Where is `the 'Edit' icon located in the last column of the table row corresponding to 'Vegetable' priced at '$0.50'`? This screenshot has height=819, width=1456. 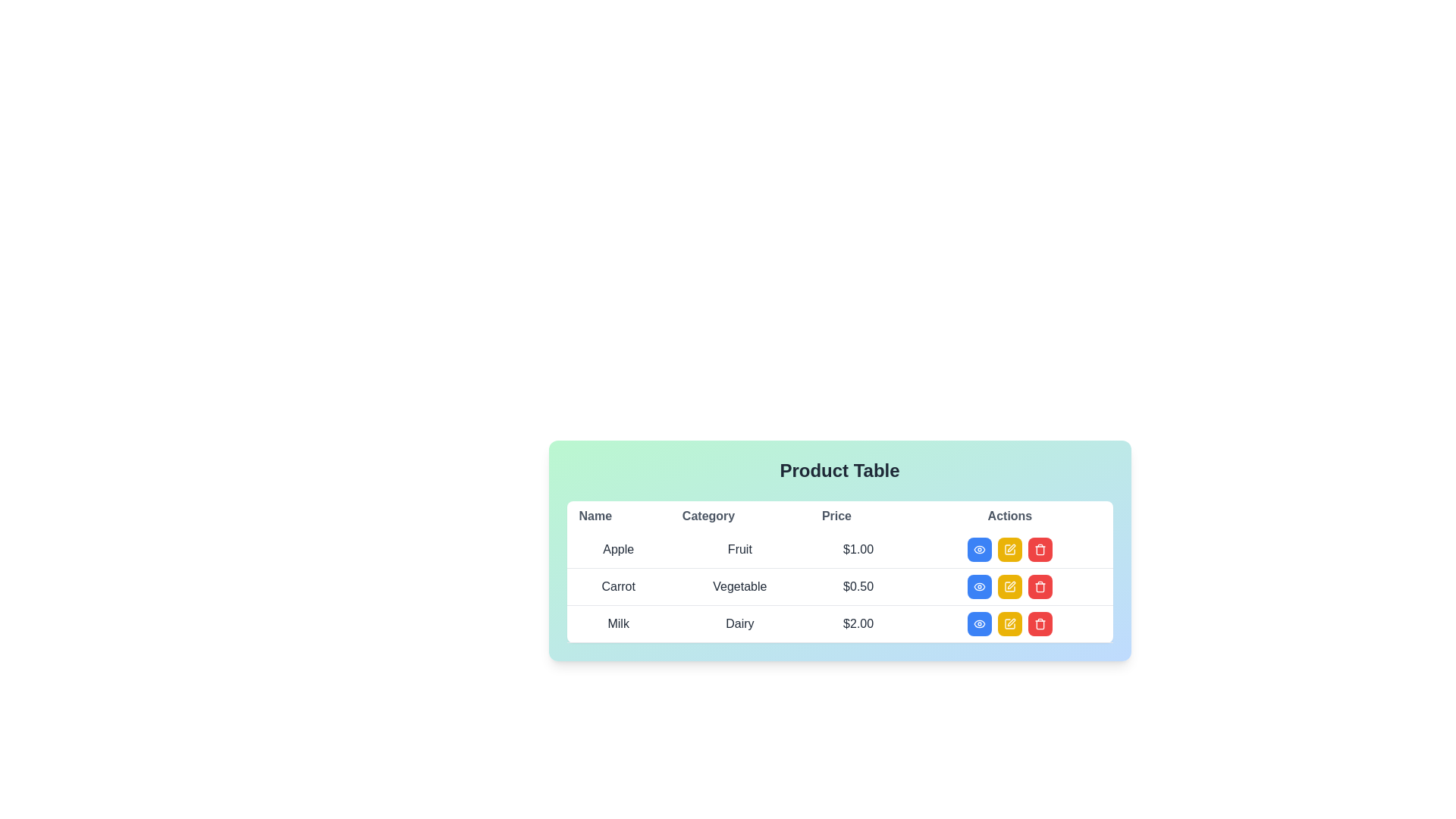 the 'Edit' icon located in the last column of the table row corresponding to 'Vegetable' priced at '$0.50' is located at coordinates (1012, 584).